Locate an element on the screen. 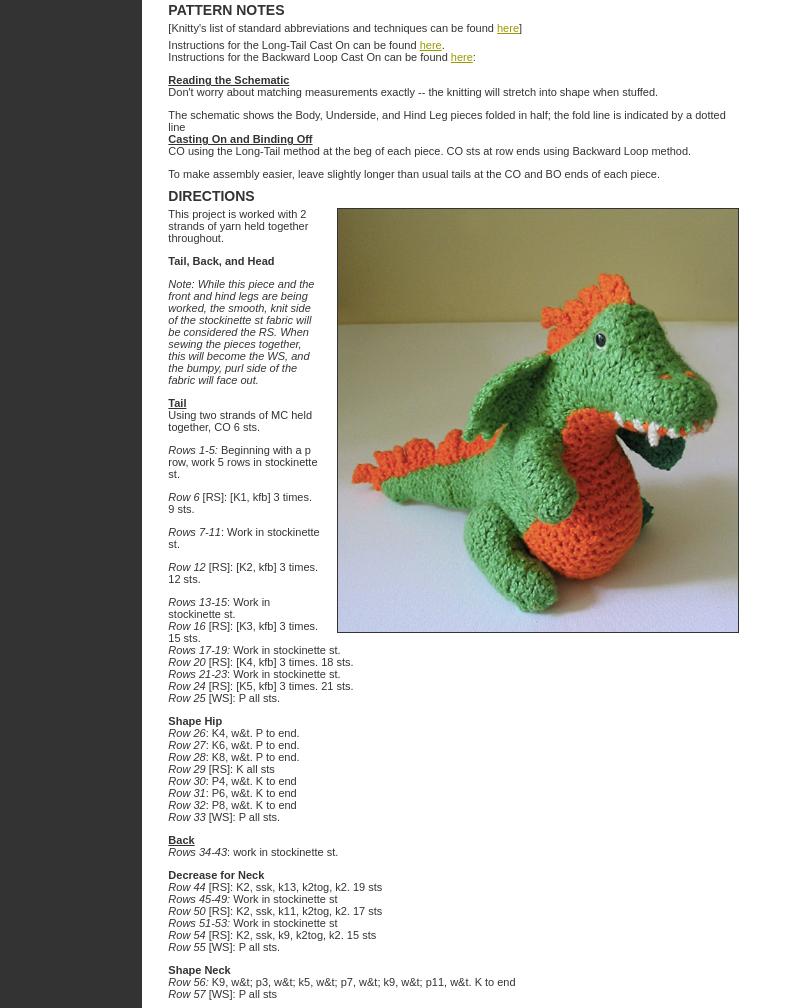 The image size is (800, 1008). 'Decrease for Neck' is located at coordinates (216, 875).